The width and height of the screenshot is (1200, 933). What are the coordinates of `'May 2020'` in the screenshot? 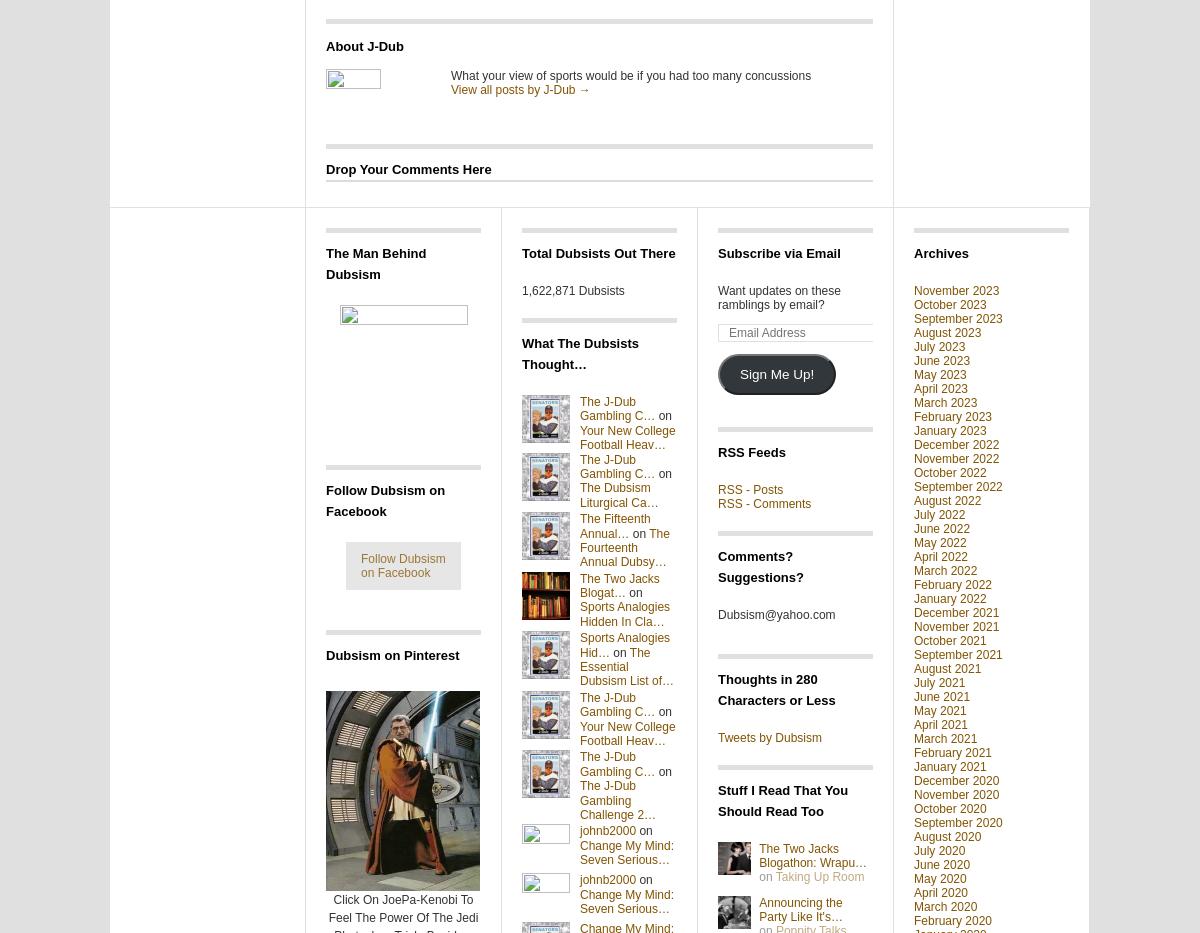 It's located at (939, 877).